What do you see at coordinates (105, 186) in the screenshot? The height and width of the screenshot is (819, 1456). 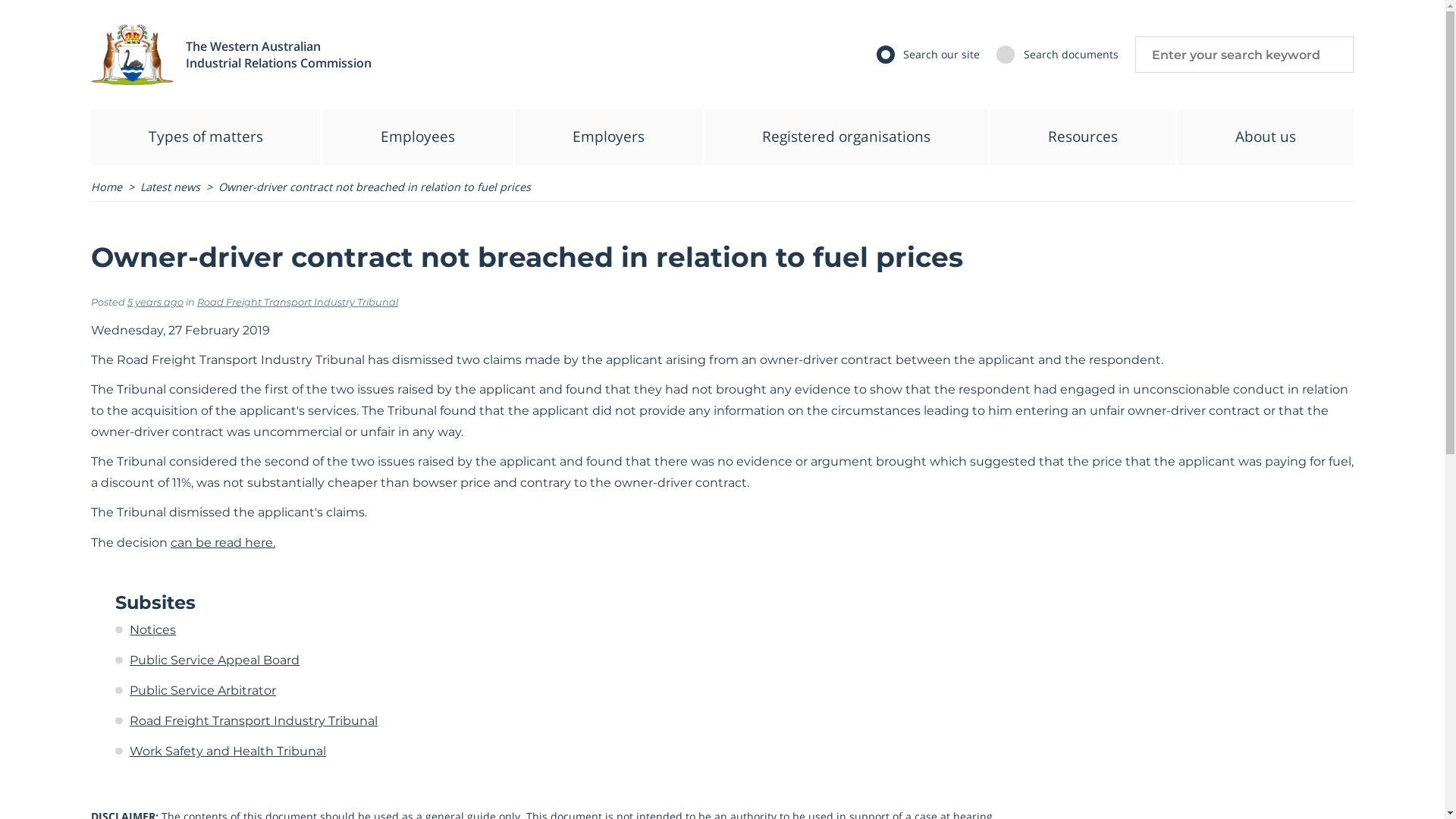 I see `'Home'` at bounding box center [105, 186].